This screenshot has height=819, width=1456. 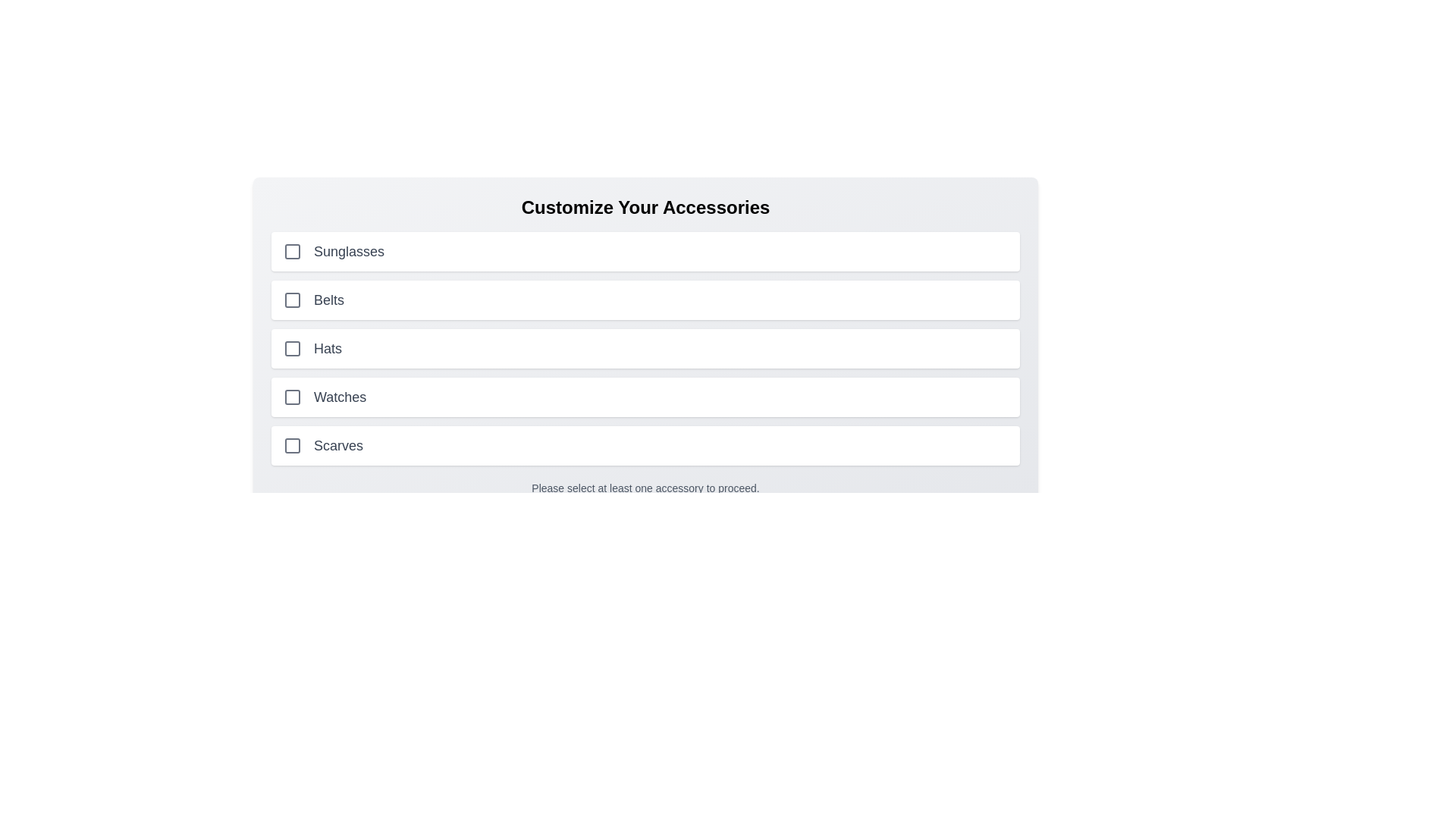 I want to click on the checkbox for the 'Sunglasses' option, so click(x=292, y=250).